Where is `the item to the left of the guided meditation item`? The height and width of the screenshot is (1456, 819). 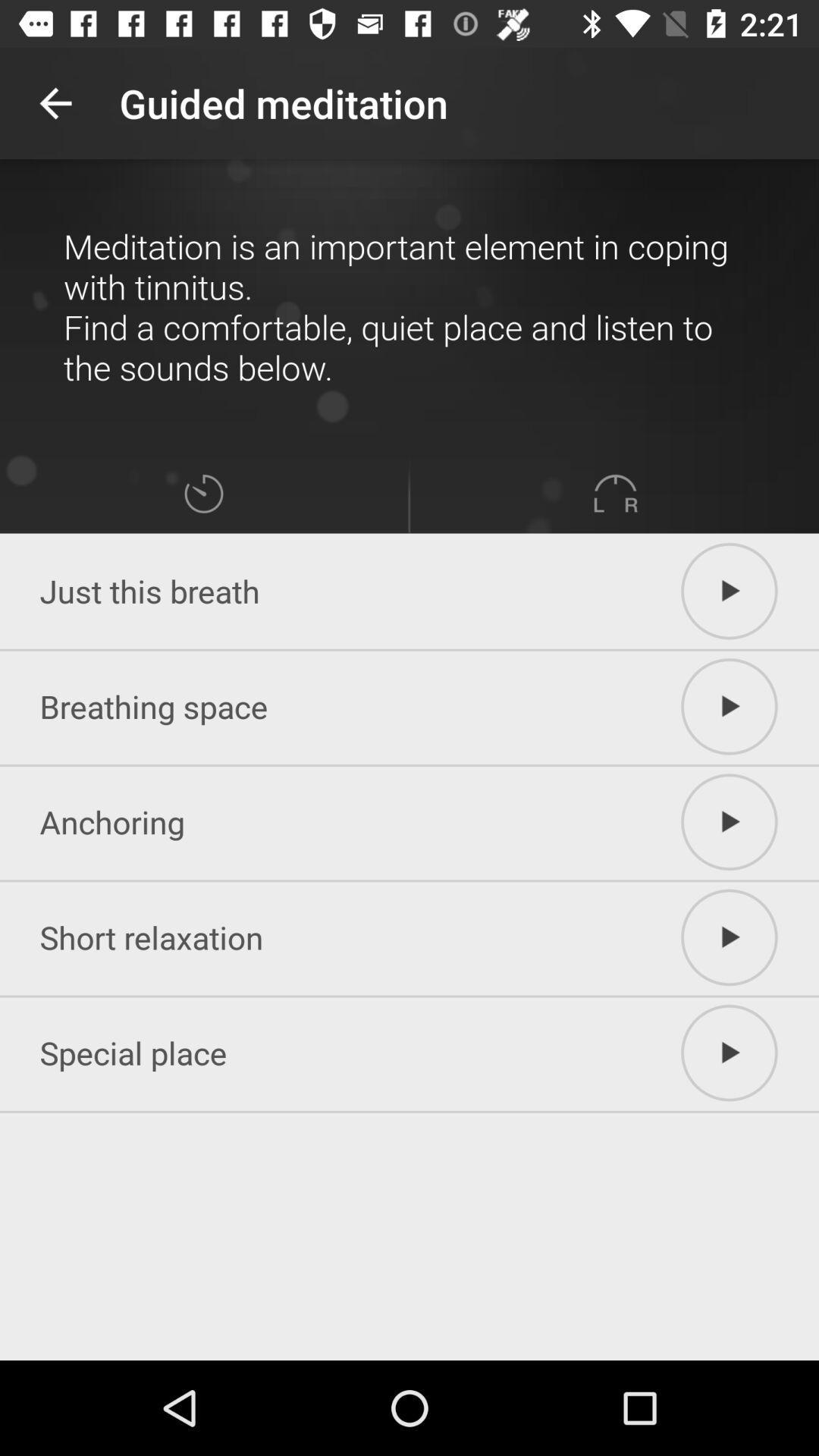 the item to the left of the guided meditation item is located at coordinates (55, 102).